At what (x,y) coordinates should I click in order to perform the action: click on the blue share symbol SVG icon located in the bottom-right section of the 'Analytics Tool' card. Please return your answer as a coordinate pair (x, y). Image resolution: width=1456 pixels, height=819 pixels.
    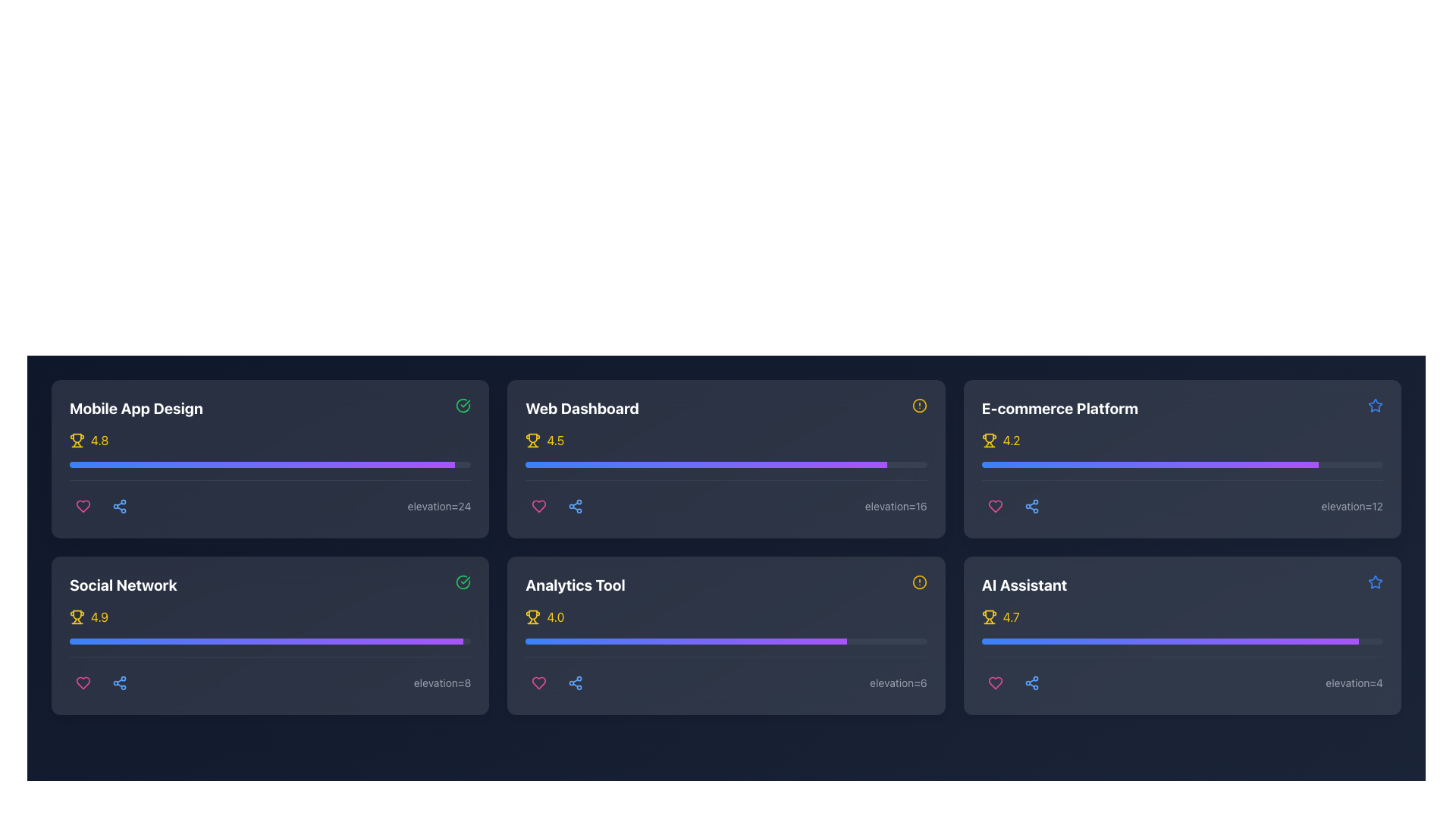
    Looking at the image, I should click on (575, 683).